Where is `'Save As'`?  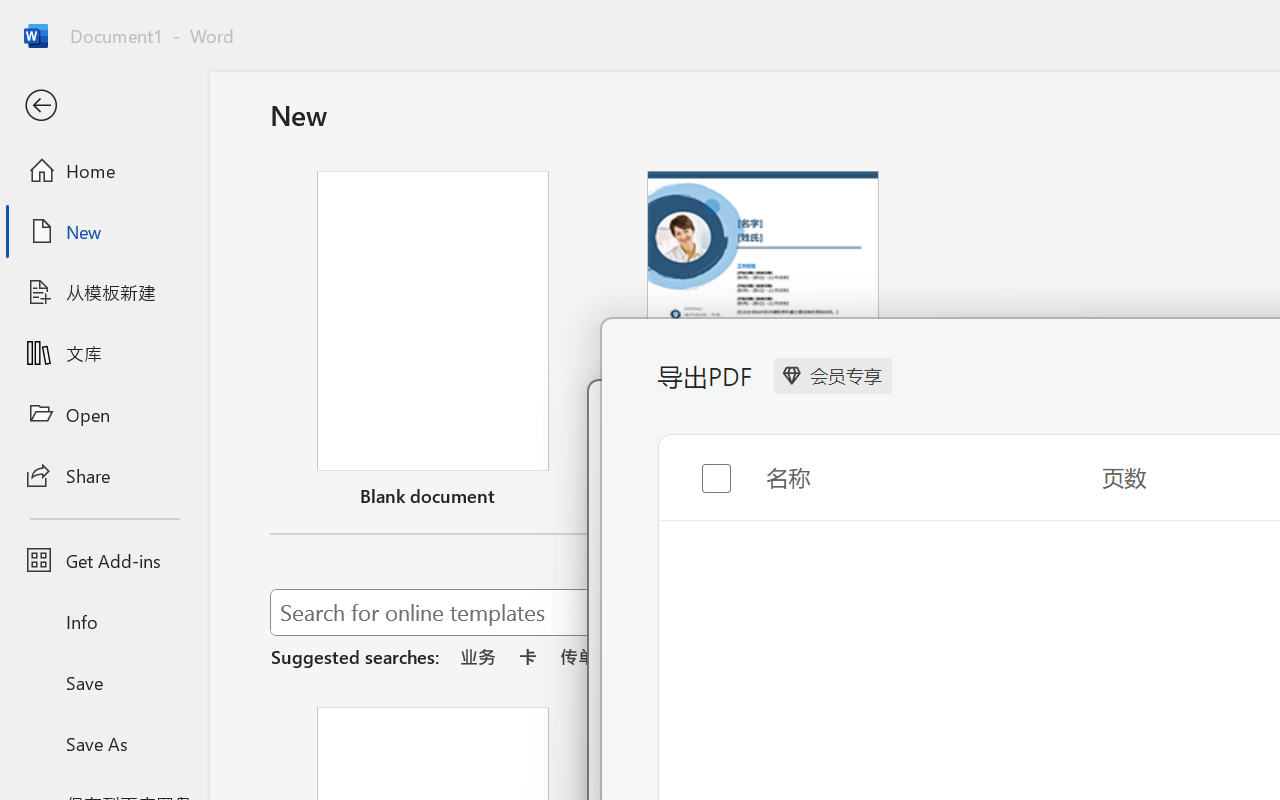 'Save As' is located at coordinates (103, 743).